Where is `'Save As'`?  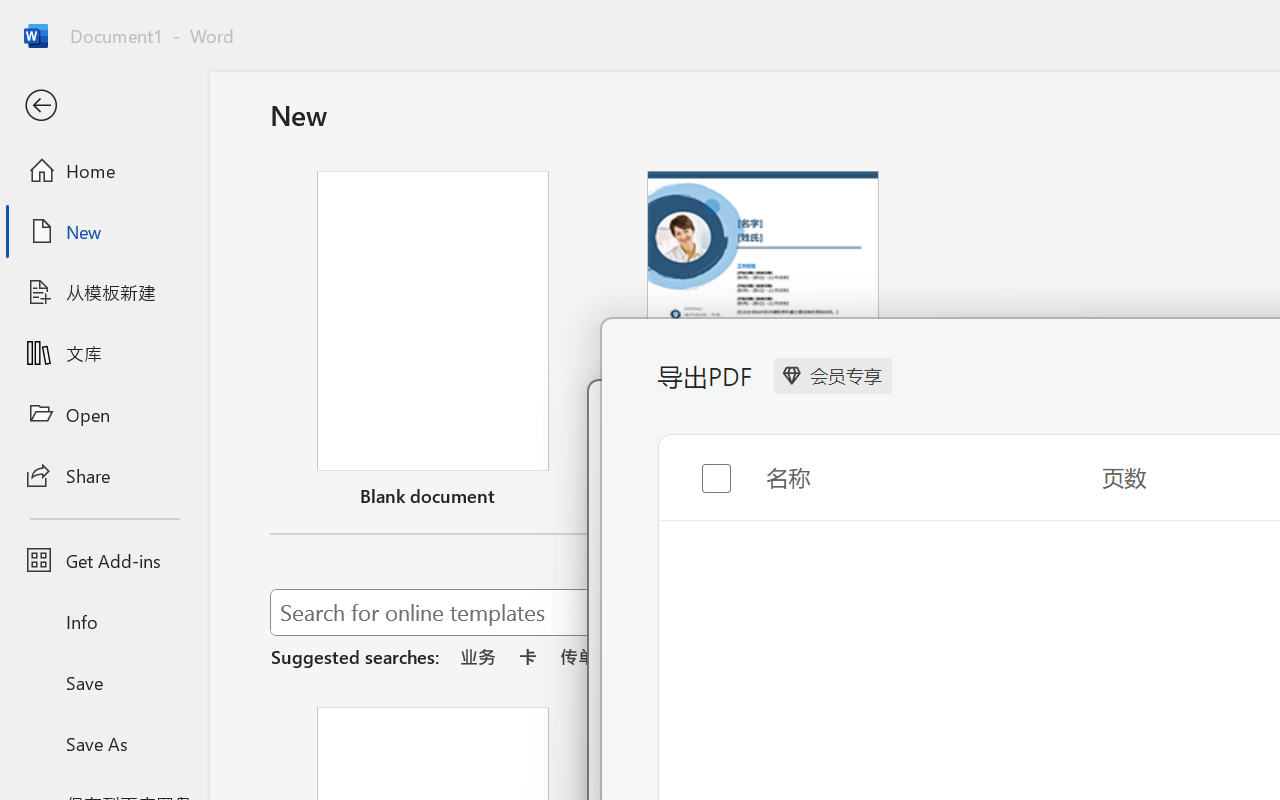 'Save As' is located at coordinates (103, 743).